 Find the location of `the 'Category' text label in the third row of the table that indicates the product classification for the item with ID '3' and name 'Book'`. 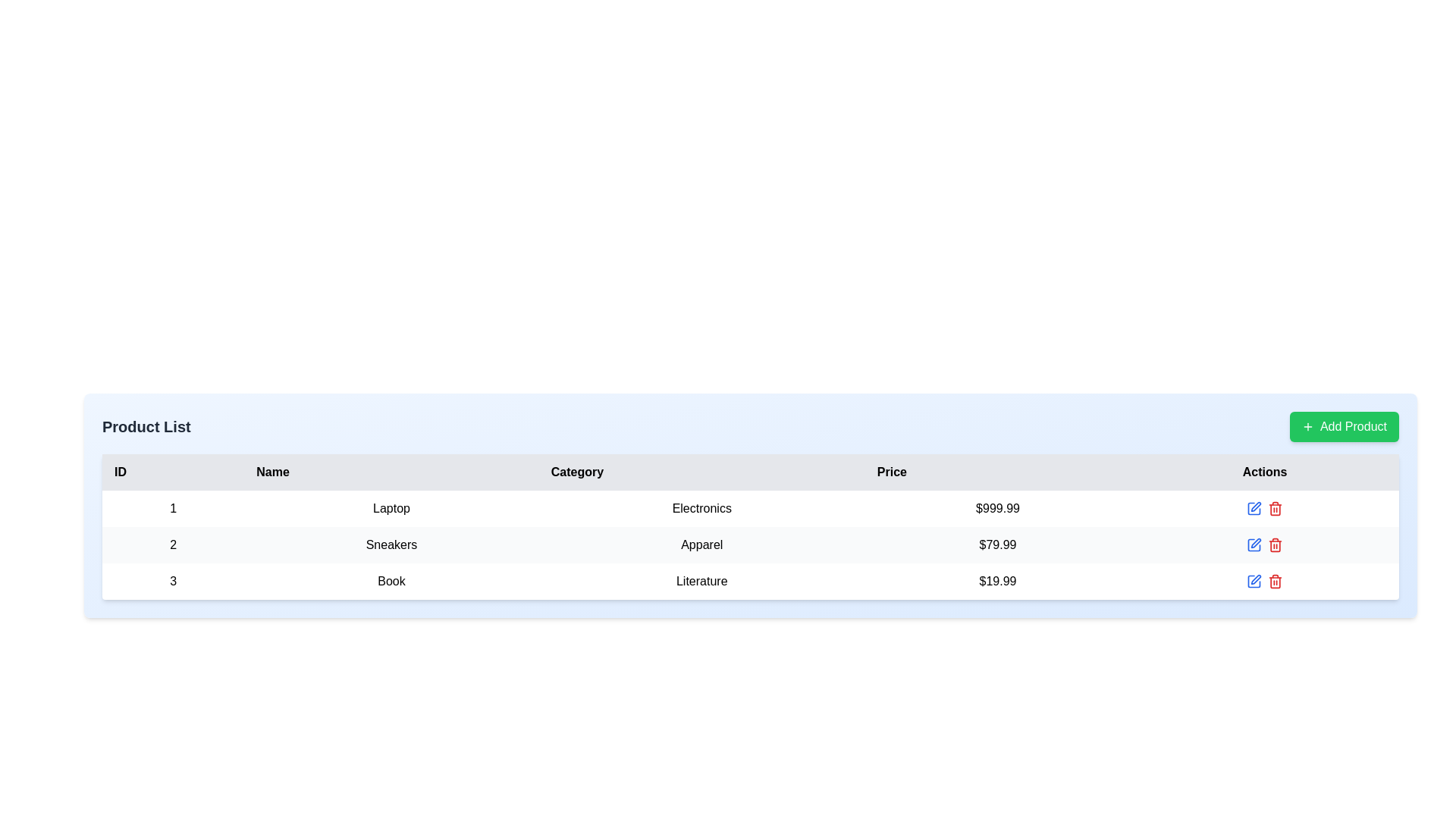

the 'Category' text label in the third row of the table that indicates the product classification for the item with ID '3' and name 'Book' is located at coordinates (701, 581).